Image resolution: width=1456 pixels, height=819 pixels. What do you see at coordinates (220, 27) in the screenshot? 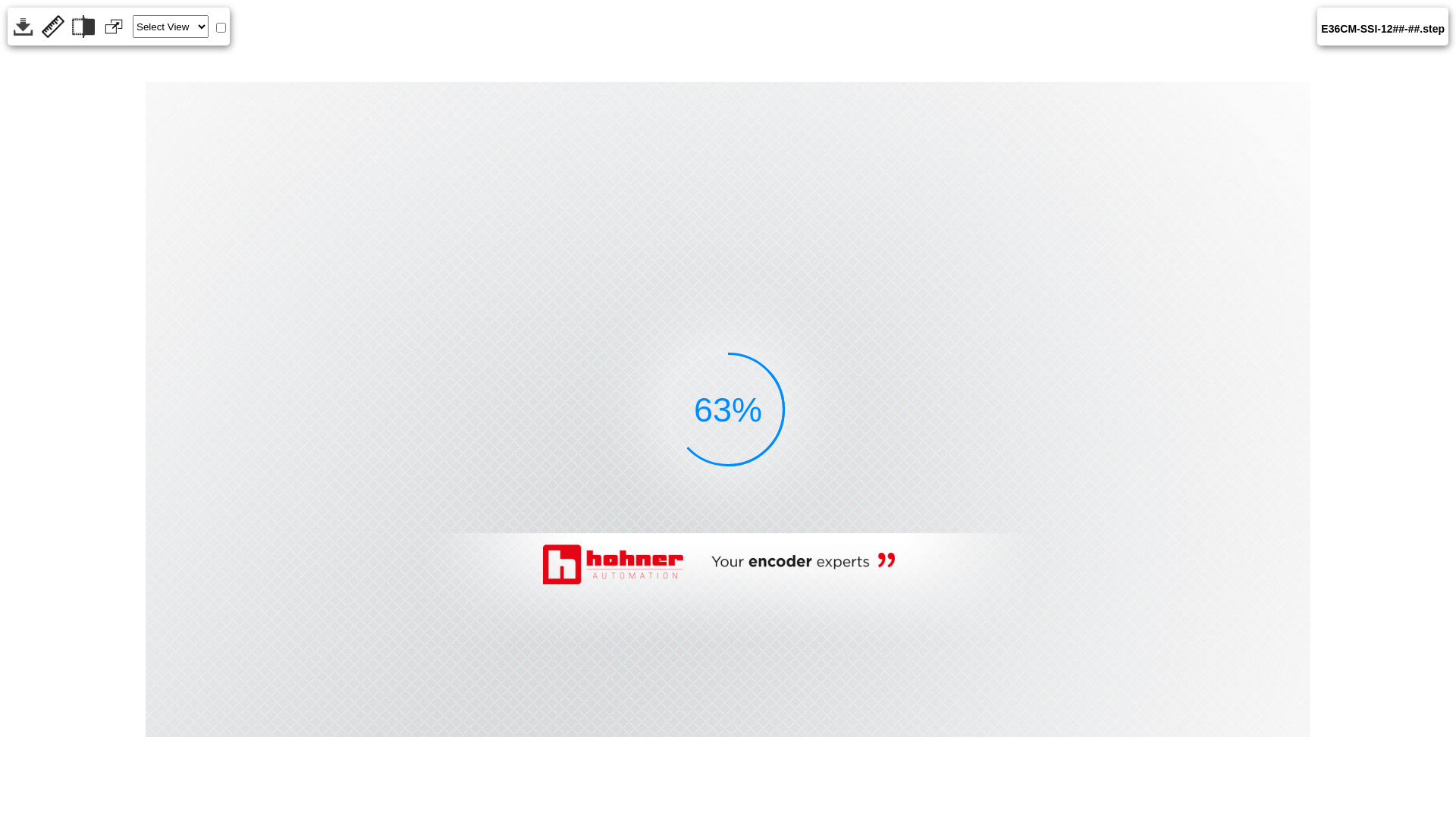
I see `'Show Reference System'` at bounding box center [220, 27].